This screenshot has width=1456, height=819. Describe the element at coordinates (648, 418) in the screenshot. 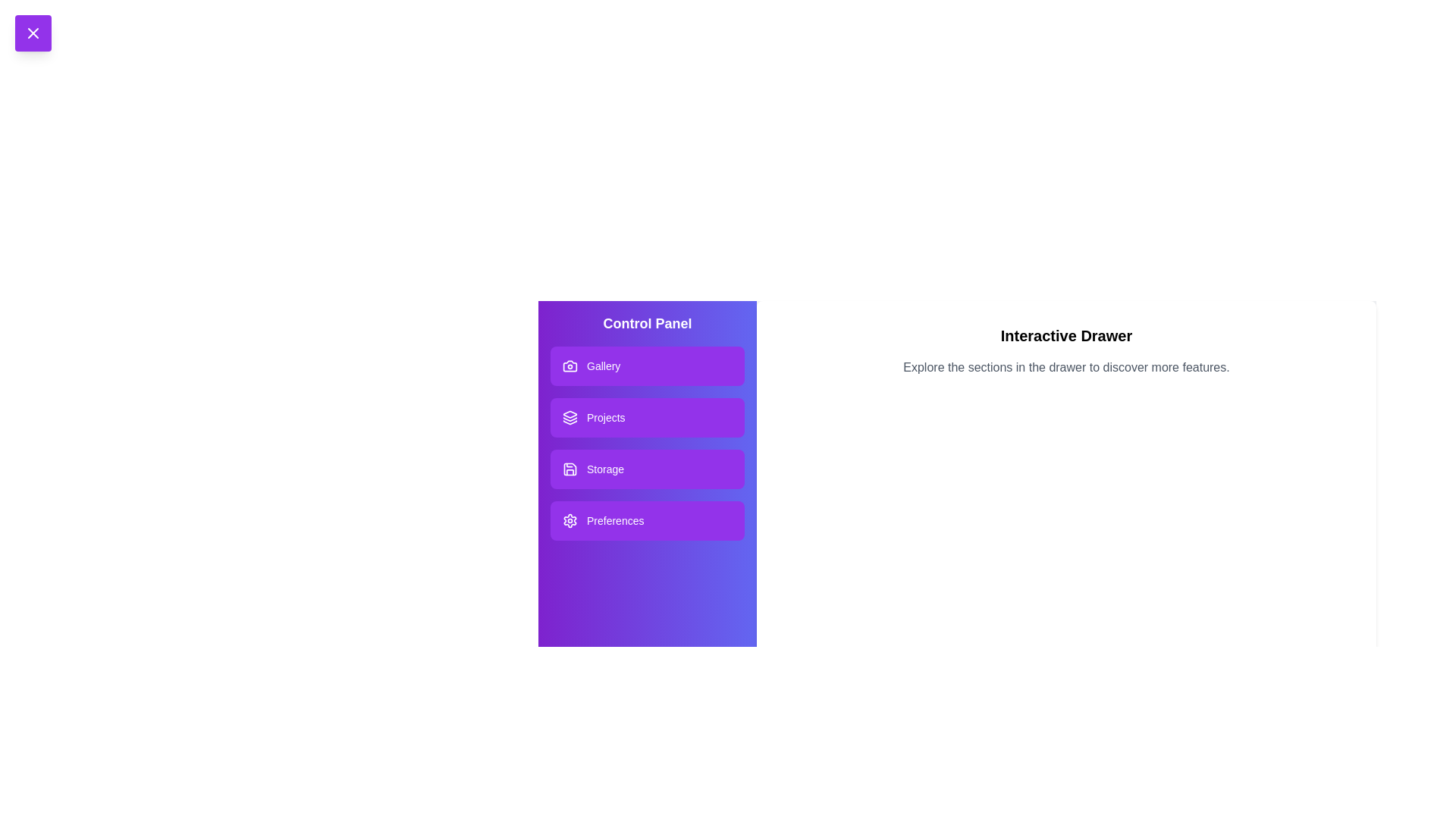

I see `the Projects section in the drawer` at that location.